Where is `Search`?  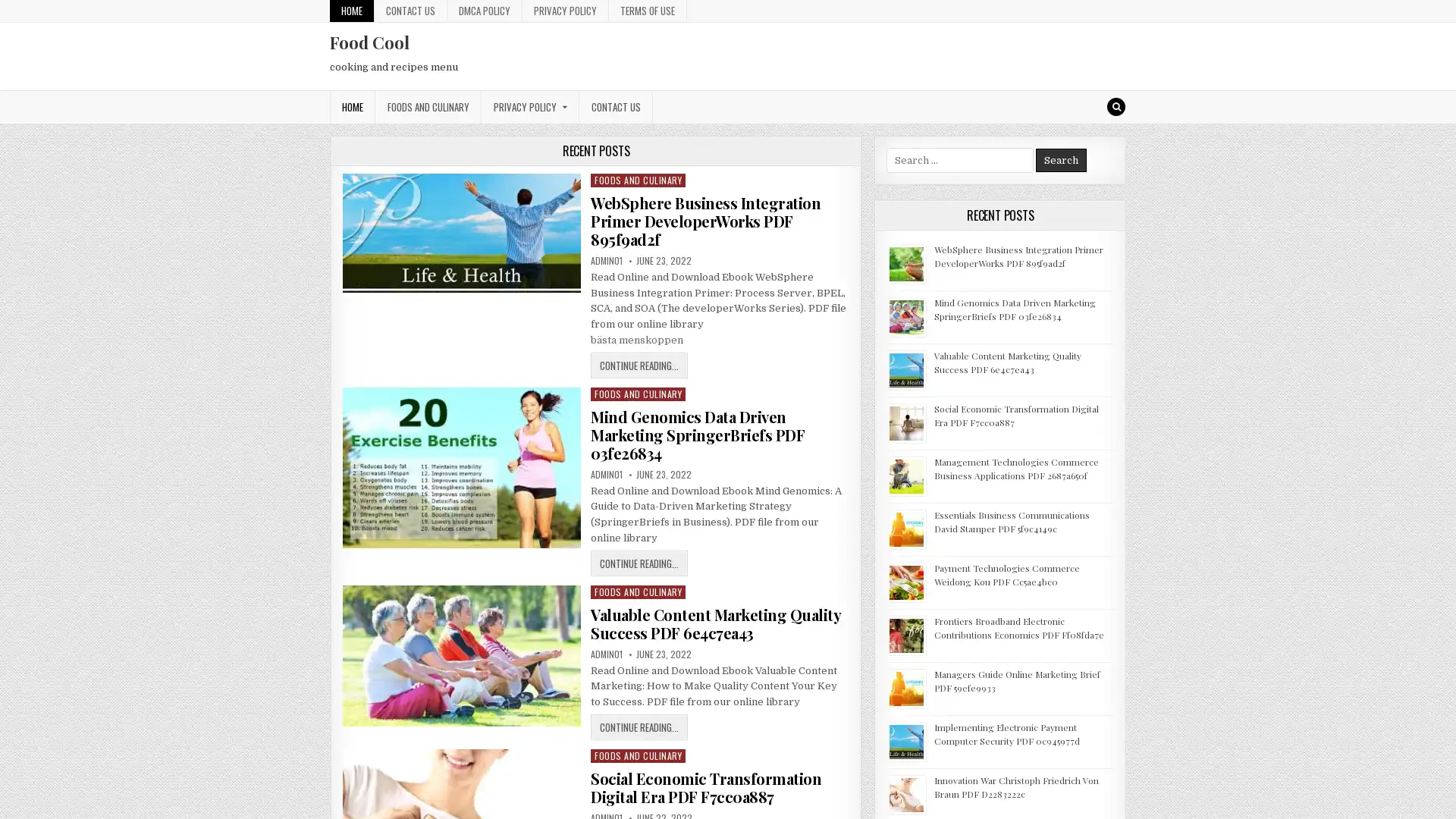
Search is located at coordinates (1060, 160).